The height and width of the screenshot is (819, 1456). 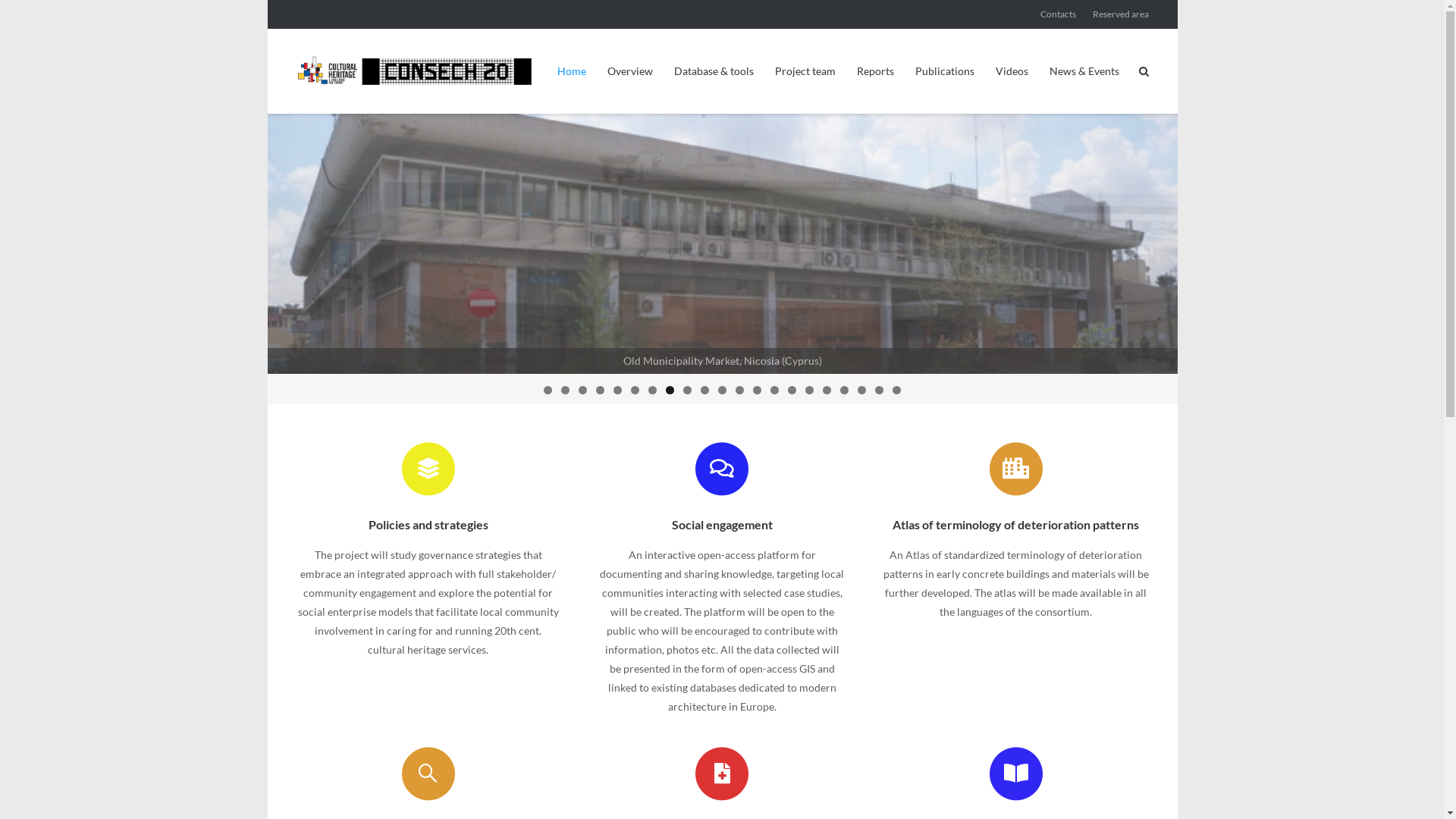 What do you see at coordinates (720, 243) in the screenshot?
I see `'Pavillion S, Sporting Palace'` at bounding box center [720, 243].